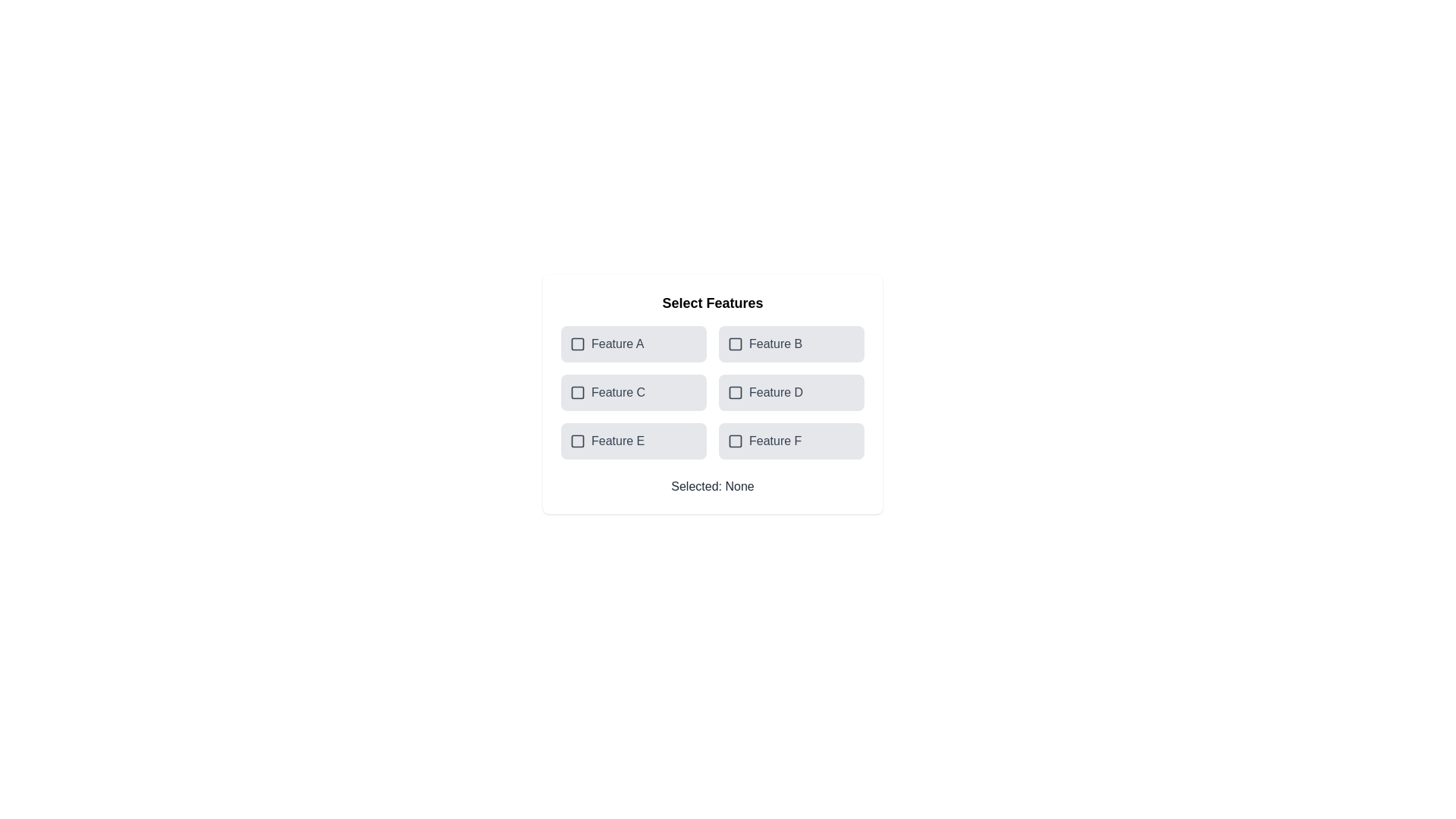  I want to click on the text label 'Feature B' which is part of a selectable feature option and is located to the right of its accompanying checkbox icon, so click(776, 344).